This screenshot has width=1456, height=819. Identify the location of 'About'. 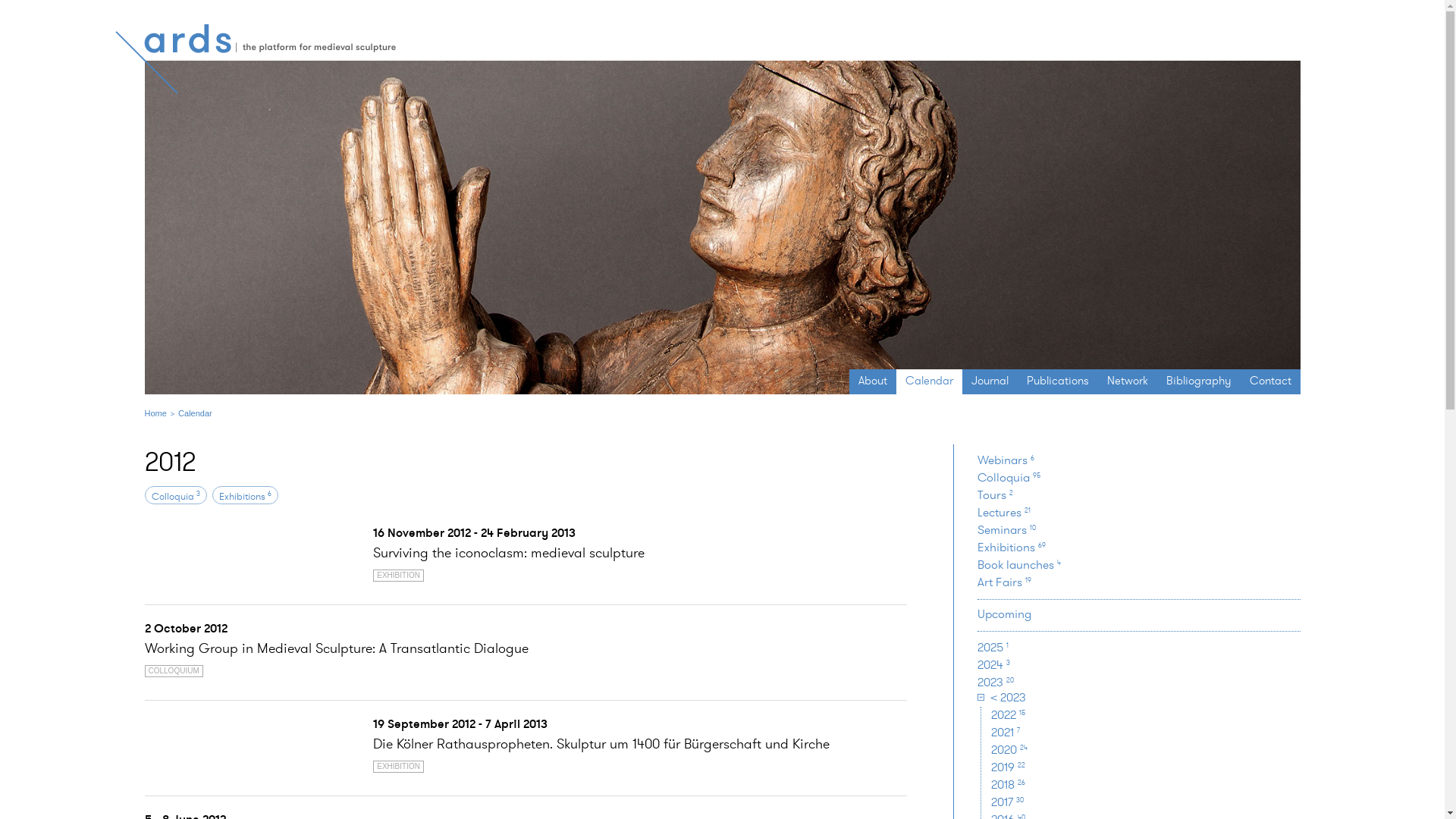
(873, 379).